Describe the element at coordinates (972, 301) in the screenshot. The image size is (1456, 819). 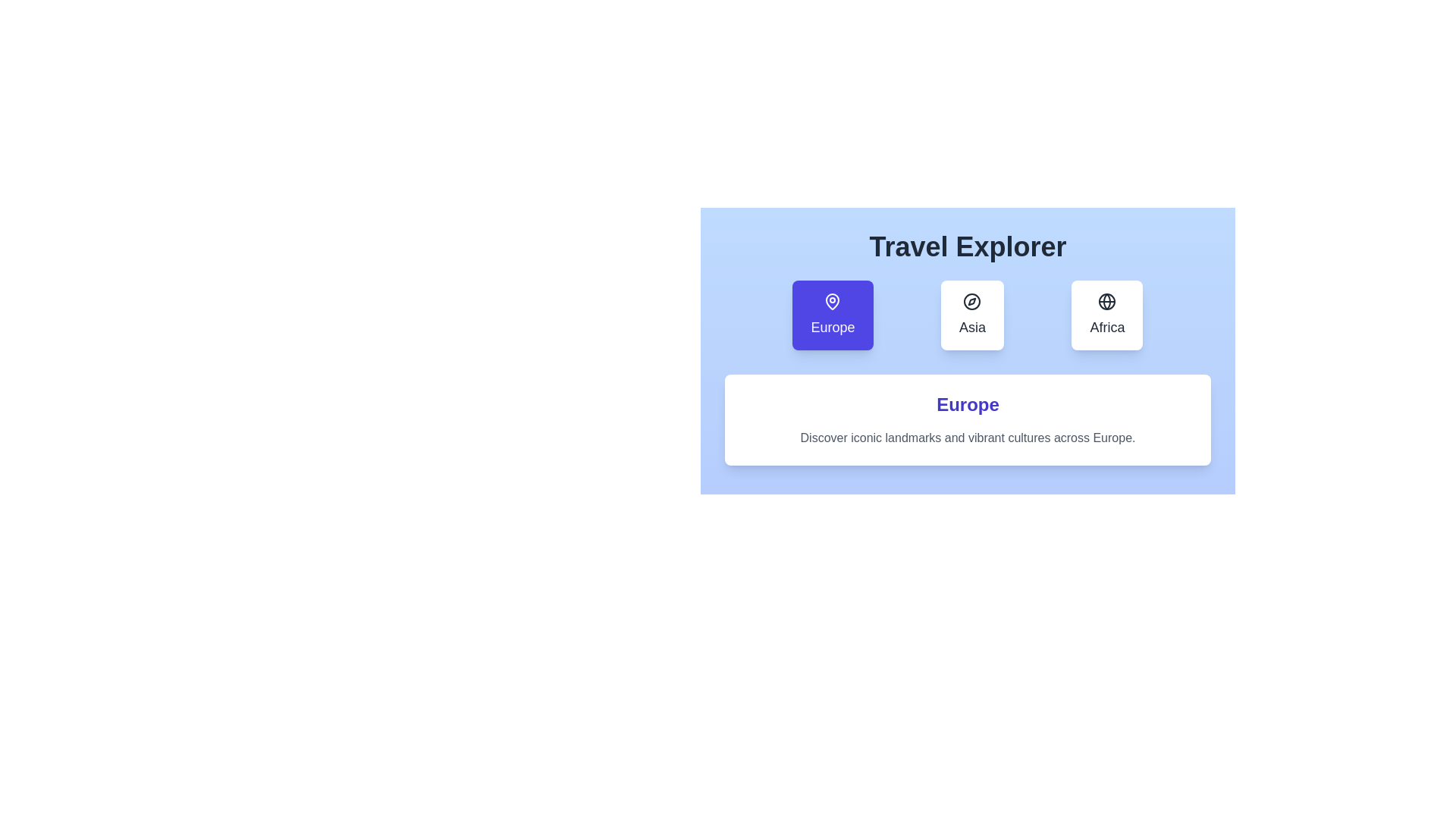
I see `the circular SVG element with a dark stroke, located at the center of the compass icon labeled 'Europe' beneath 'Travel Explorer'` at that location.